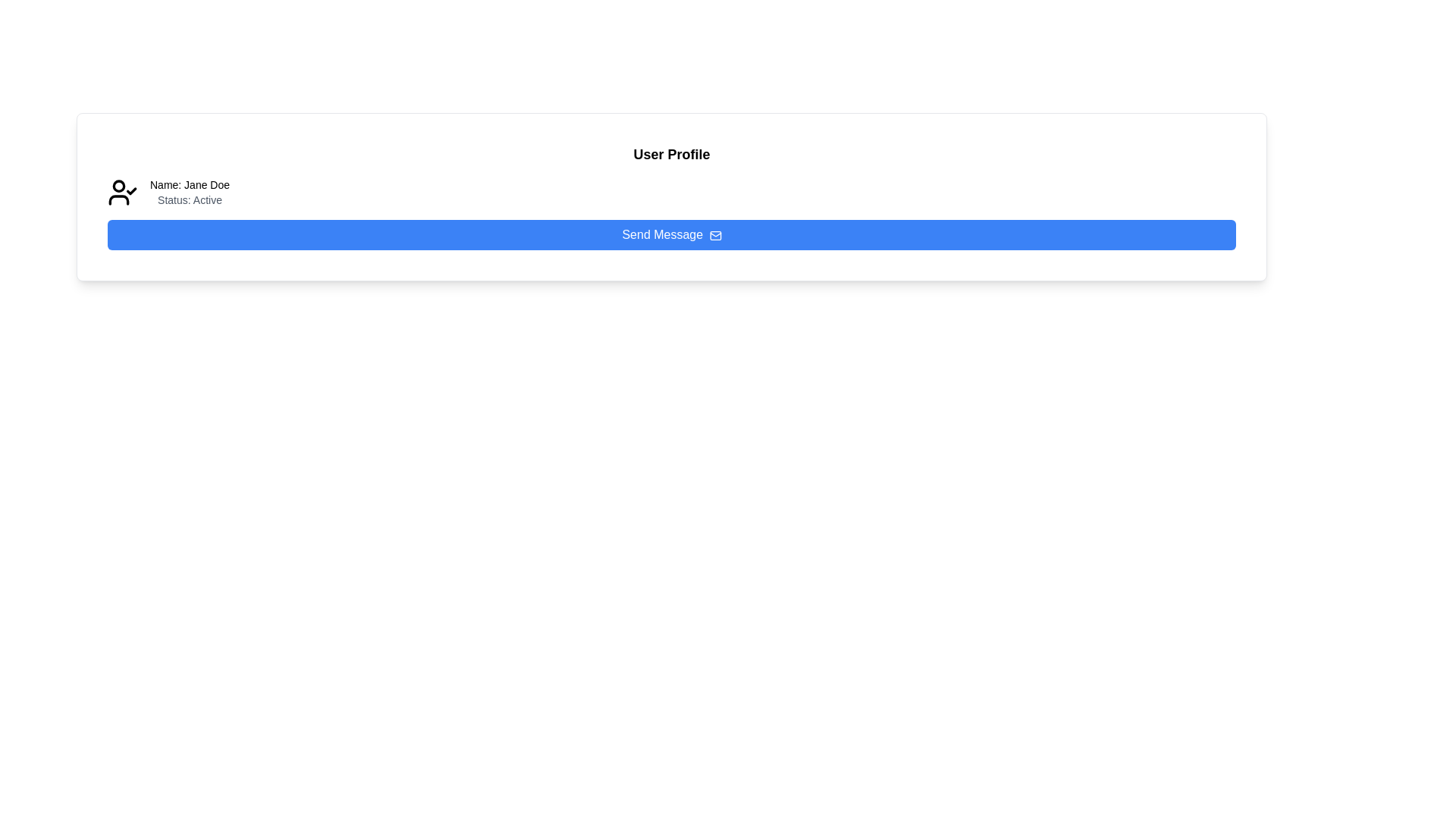  Describe the element at coordinates (123, 192) in the screenshot. I see `the verified status icon located to the left of the text block displaying 'Name: Jane Doe' and 'Status: Active'` at that location.